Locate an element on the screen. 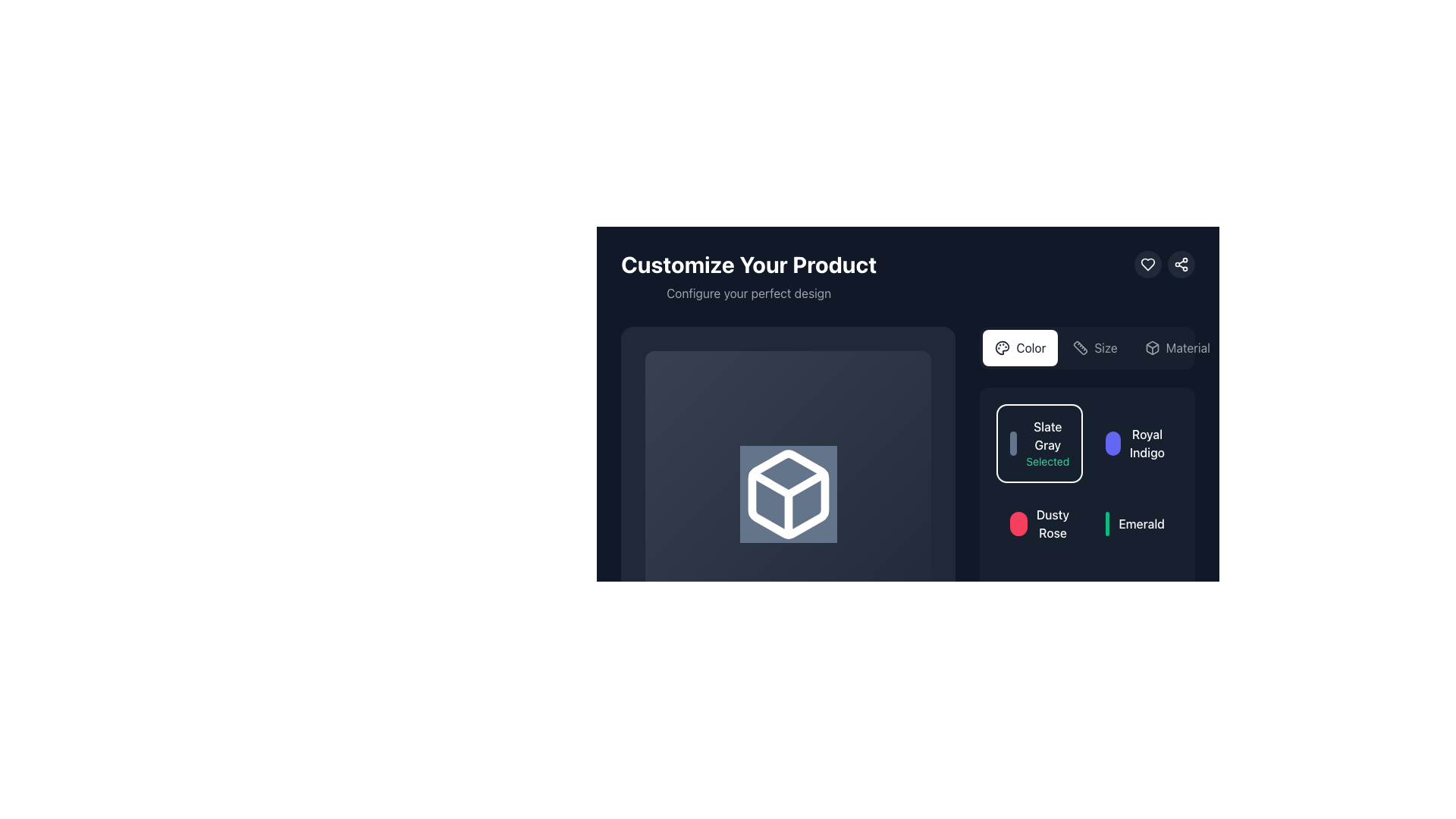 Image resolution: width=1456 pixels, height=819 pixels. the graphical decoration element, which is centrally located within the cube-like icon in the primary section of the interface is located at coordinates (788, 484).